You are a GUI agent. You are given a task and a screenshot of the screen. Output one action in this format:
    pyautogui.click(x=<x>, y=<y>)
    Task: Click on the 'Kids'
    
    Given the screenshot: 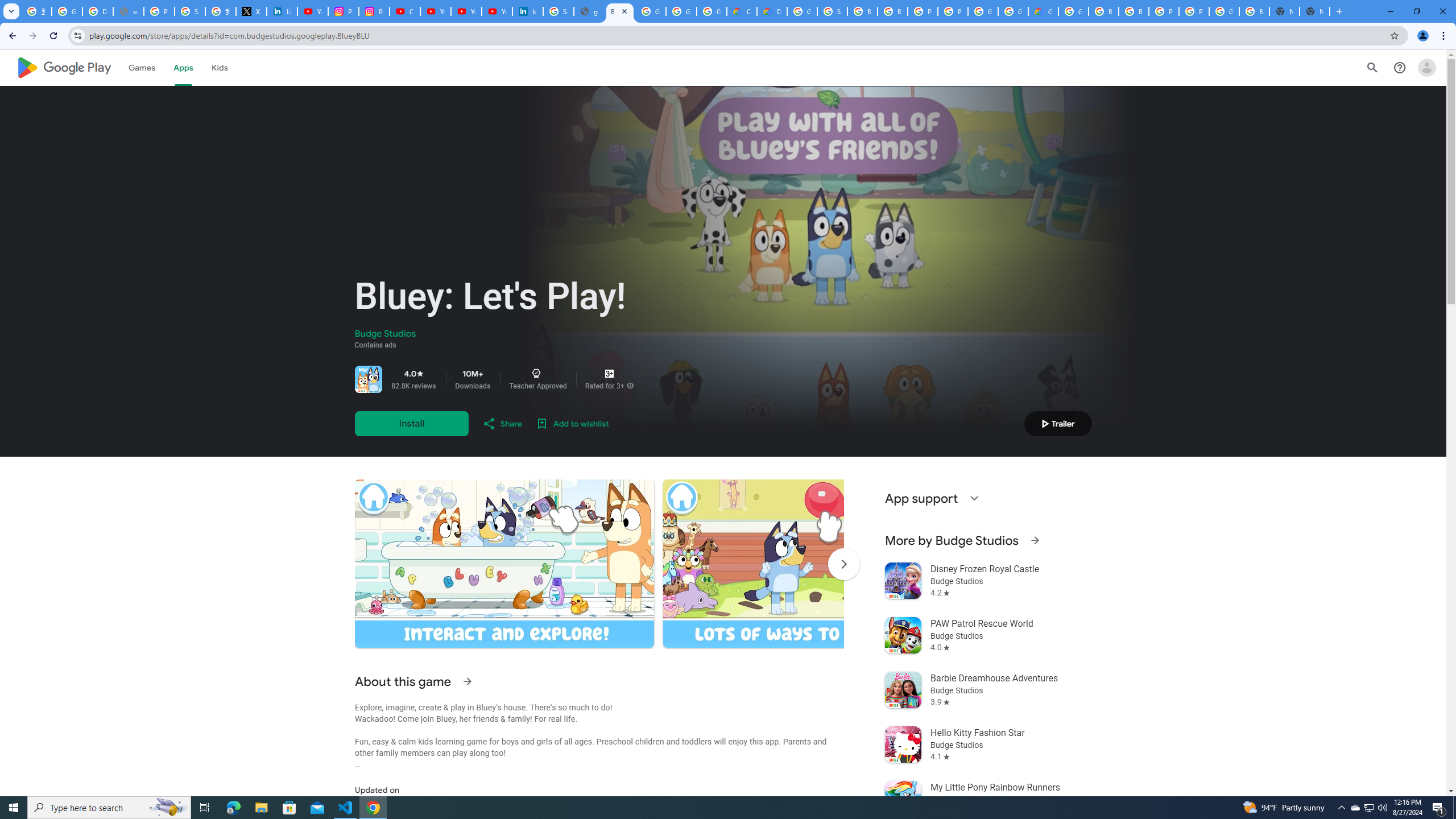 What is the action you would take?
    pyautogui.click(x=220, y=67)
    